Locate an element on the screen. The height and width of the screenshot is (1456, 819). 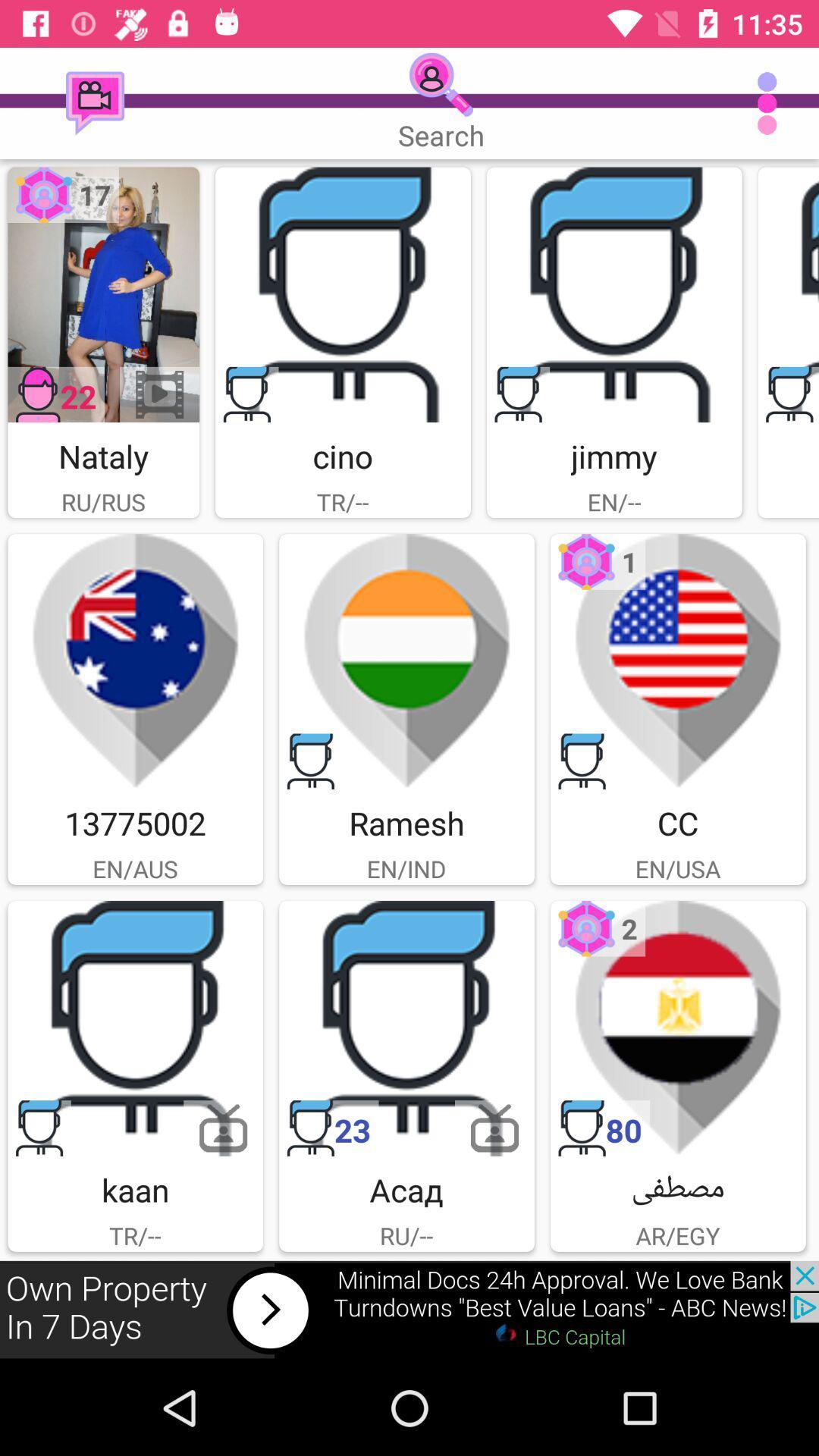
cino image is located at coordinates (343, 294).